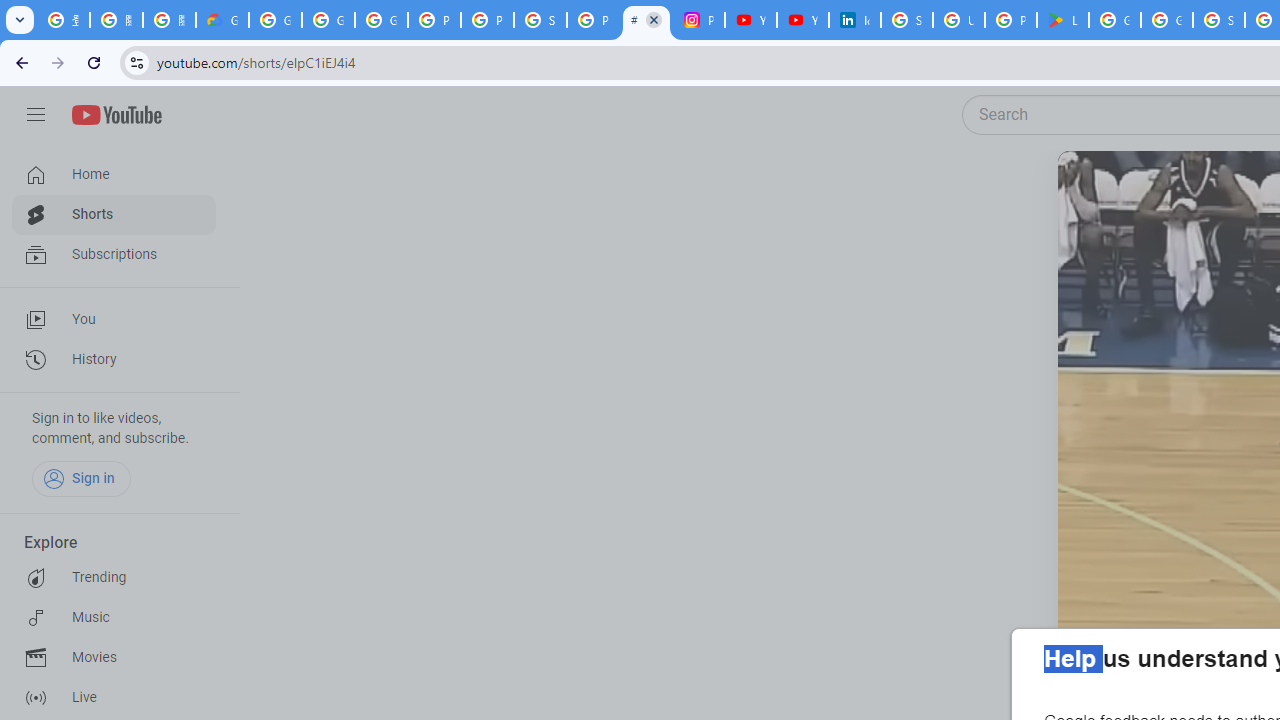 The height and width of the screenshot is (720, 1280). I want to click on 'YouTube Home', so click(115, 115).